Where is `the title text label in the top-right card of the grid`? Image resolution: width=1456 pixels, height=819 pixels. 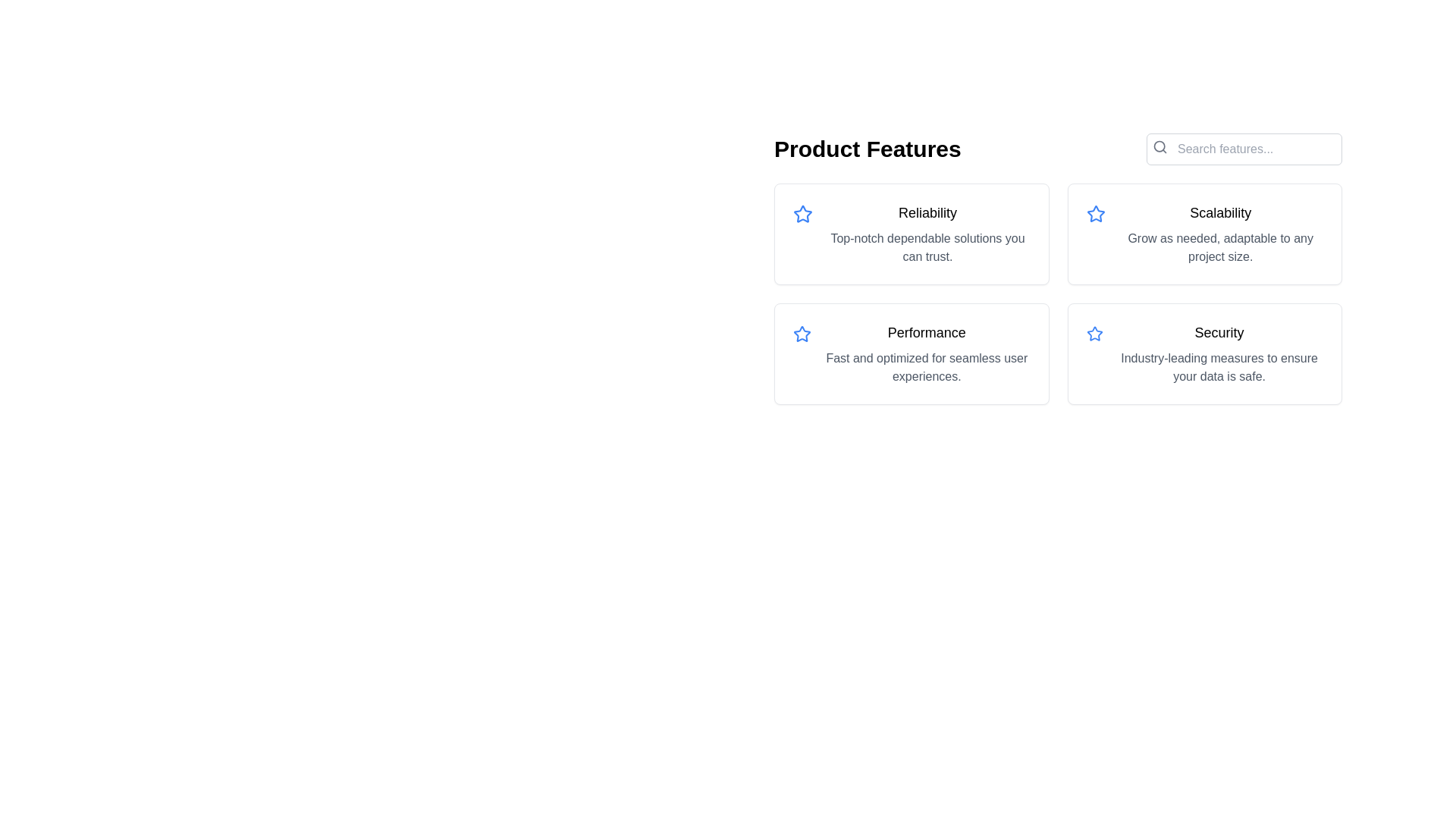
the title text label in the top-right card of the grid is located at coordinates (1220, 213).